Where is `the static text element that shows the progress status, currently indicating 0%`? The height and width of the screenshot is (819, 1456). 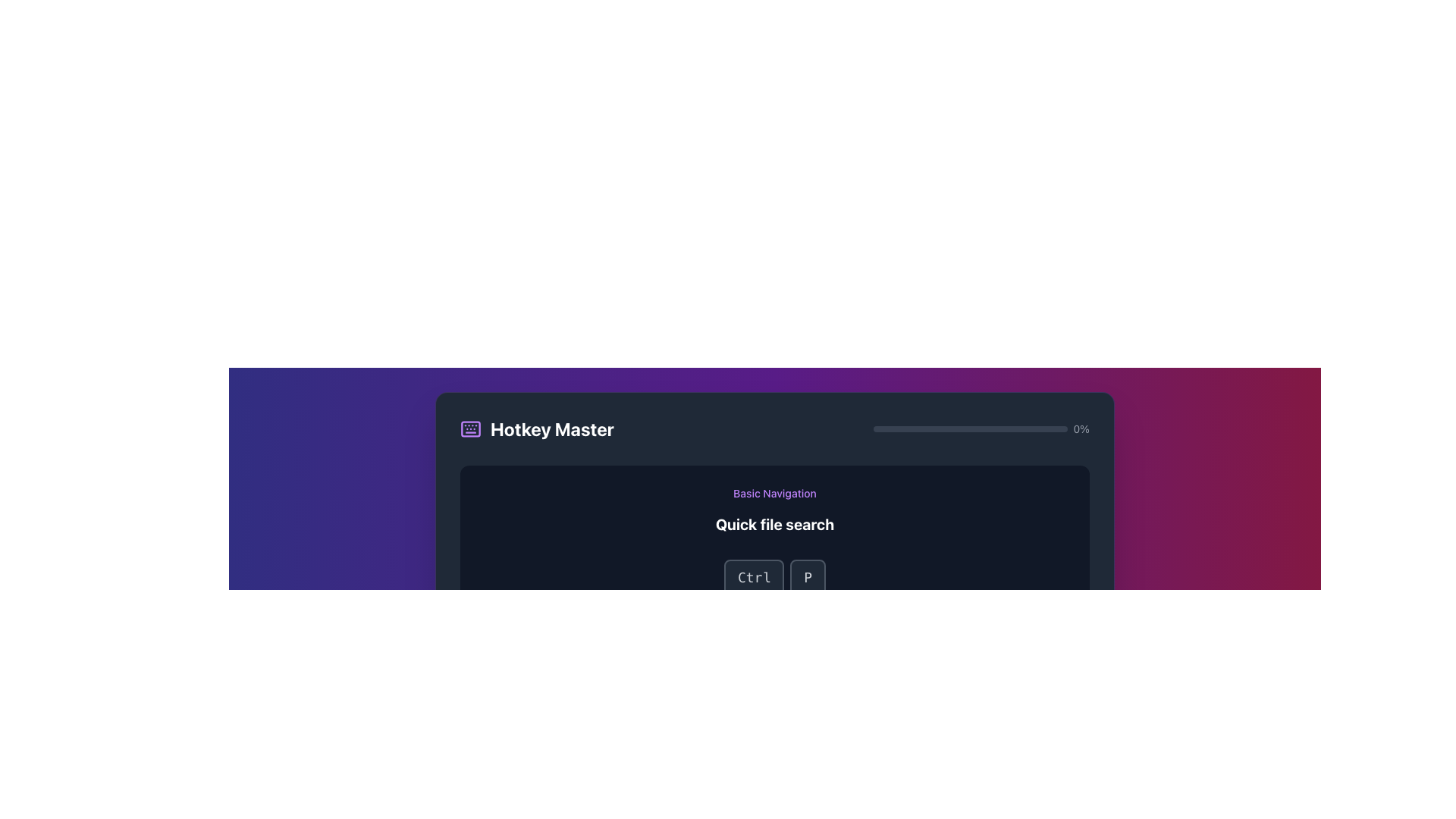 the static text element that shows the progress status, currently indicating 0% is located at coordinates (1081, 429).